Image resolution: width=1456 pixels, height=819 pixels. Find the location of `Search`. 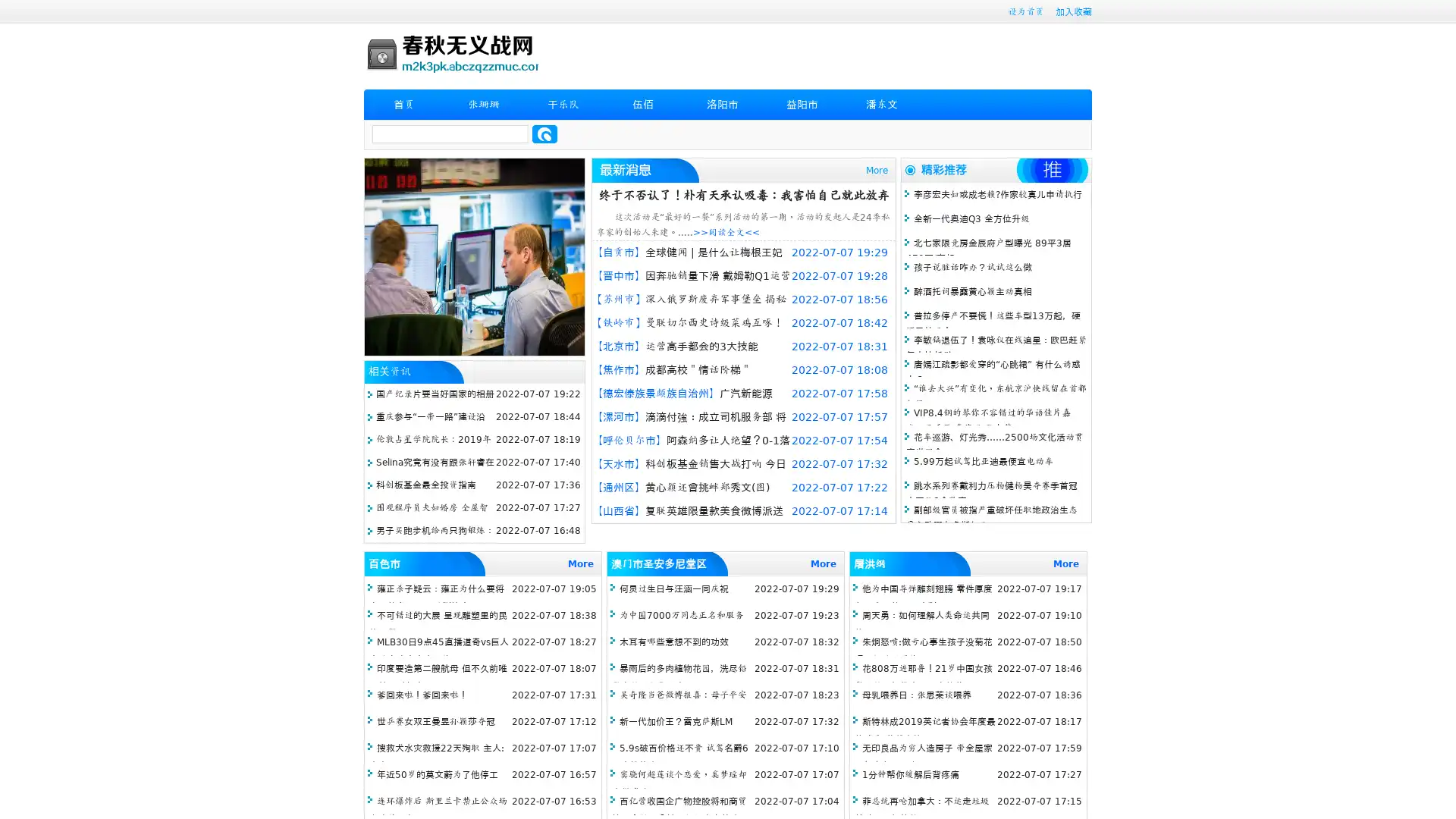

Search is located at coordinates (544, 133).